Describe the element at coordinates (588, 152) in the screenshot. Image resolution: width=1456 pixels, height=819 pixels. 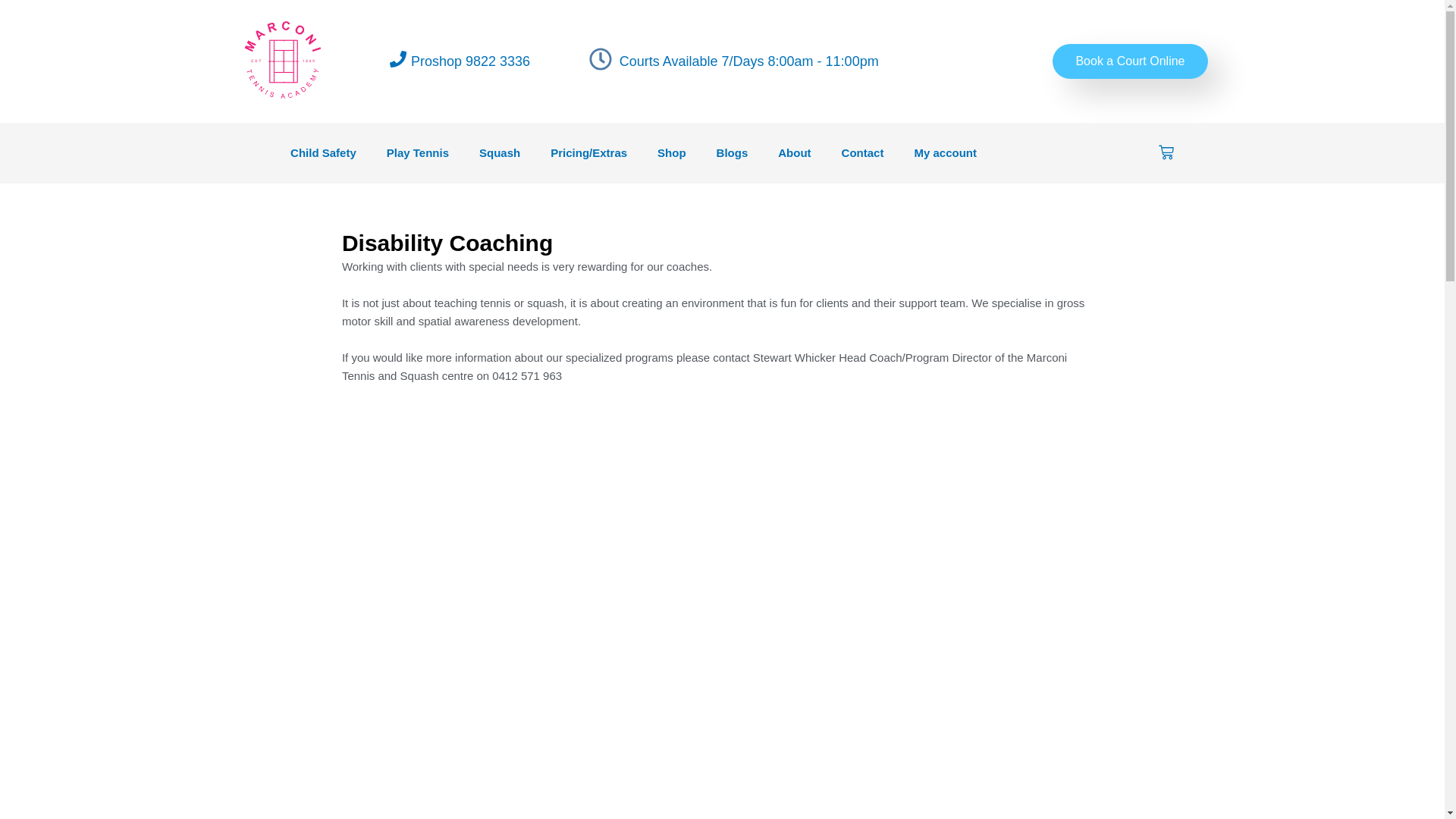
I see `'Pricing/Extras'` at that location.